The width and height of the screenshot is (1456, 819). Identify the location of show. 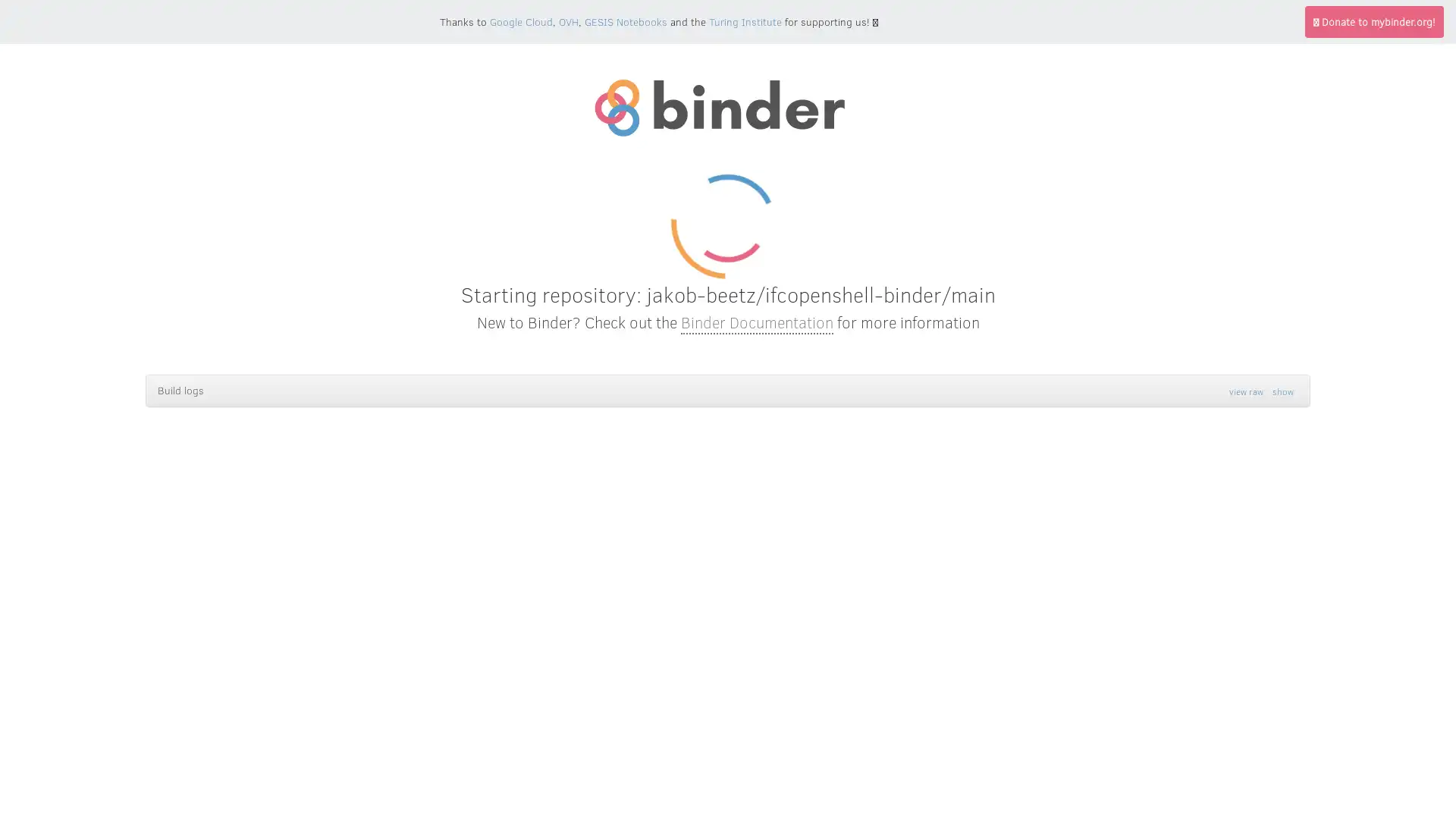
(1282, 391).